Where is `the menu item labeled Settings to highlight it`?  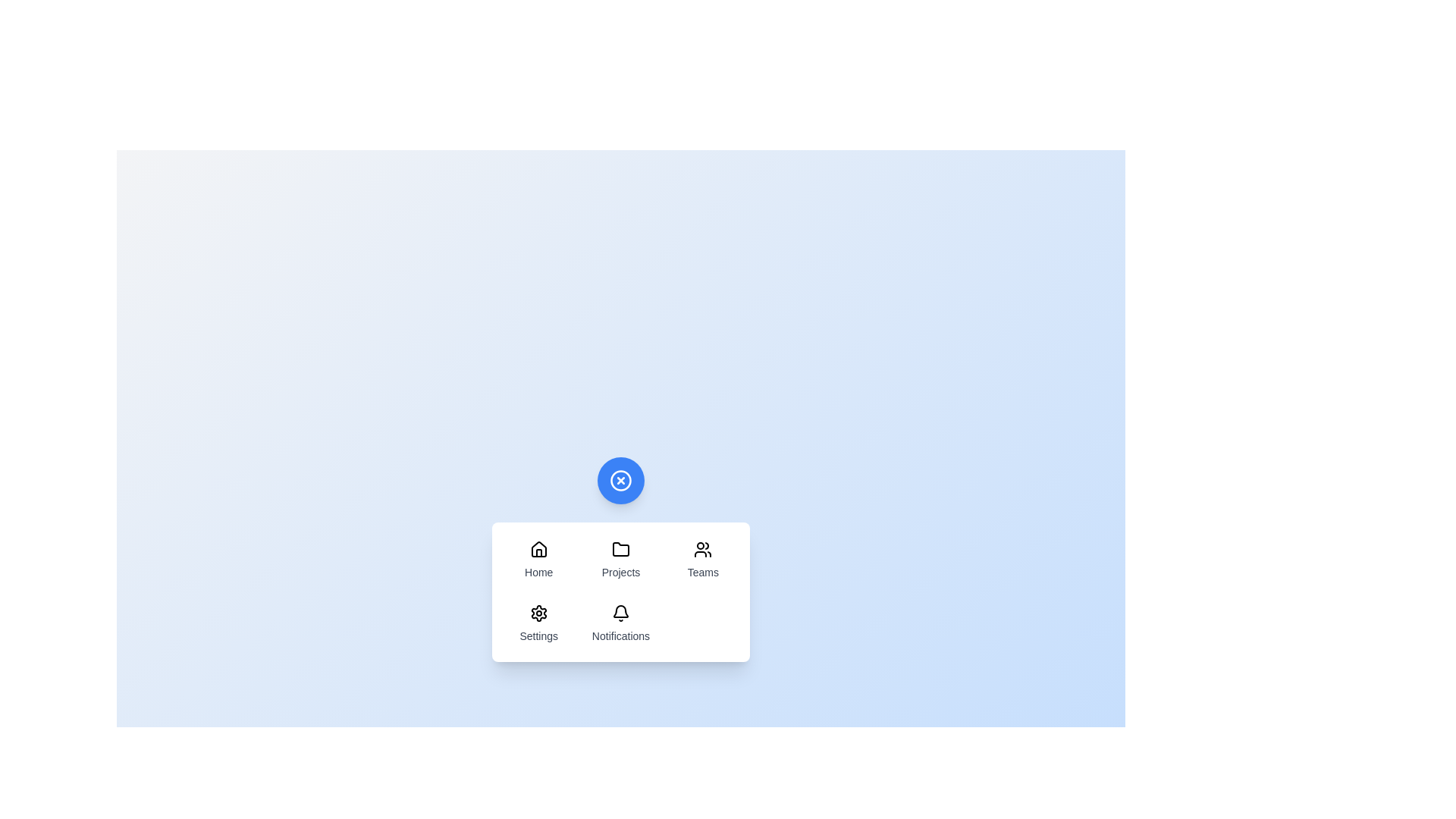 the menu item labeled Settings to highlight it is located at coordinates (538, 623).